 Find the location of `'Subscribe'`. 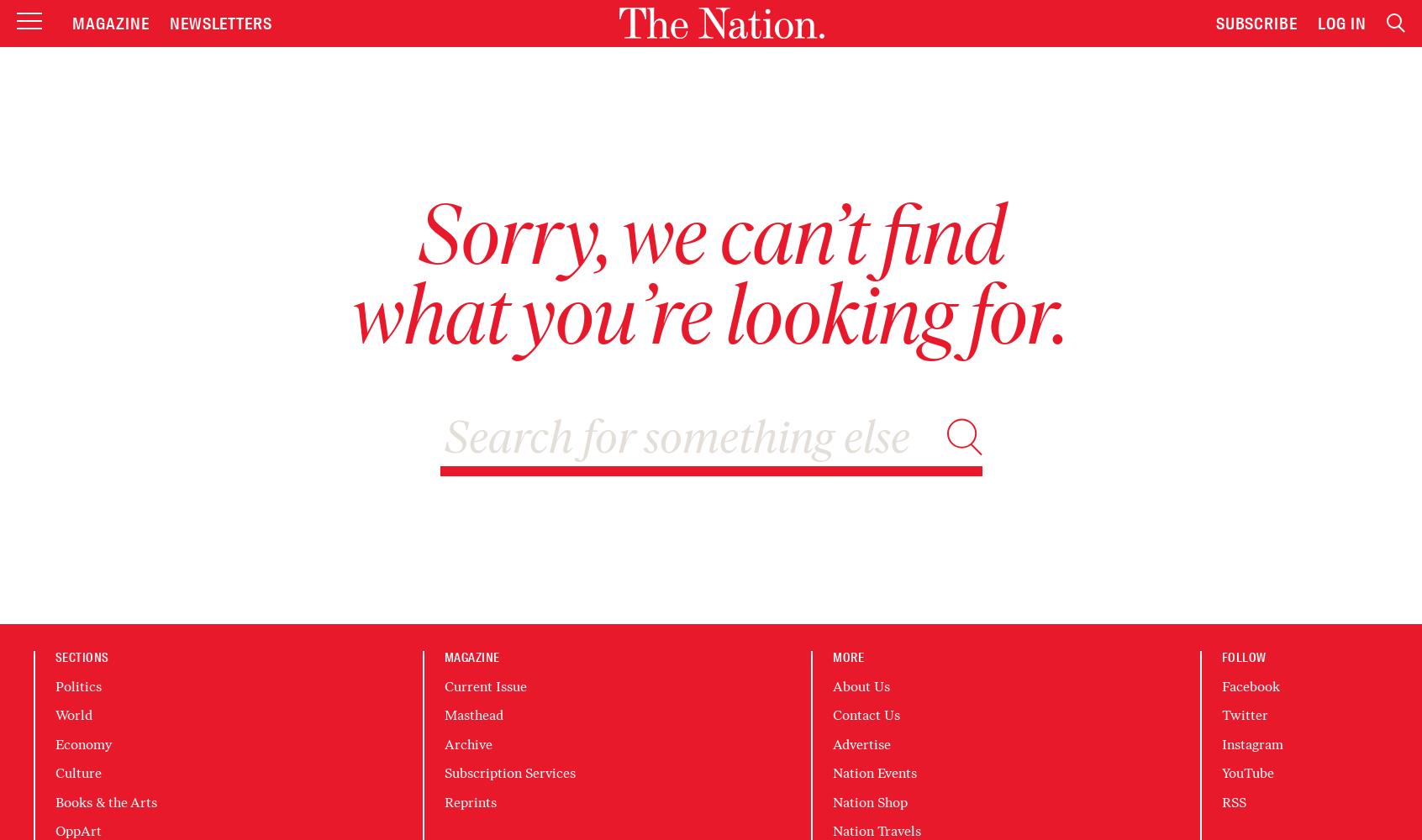

'Subscribe' is located at coordinates (1256, 23).